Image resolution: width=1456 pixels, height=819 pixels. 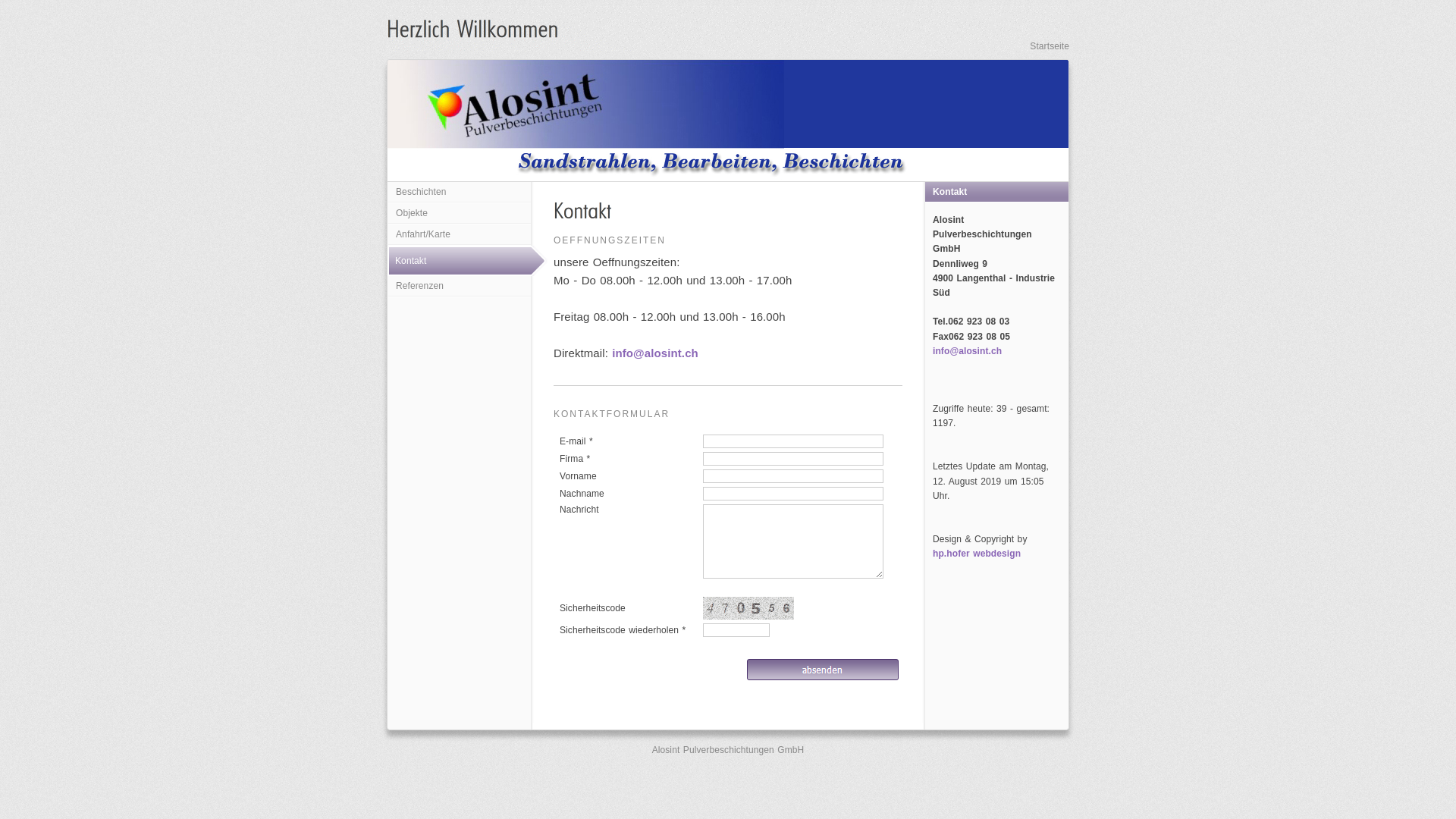 I want to click on 'hp.hofer webdesign', so click(x=976, y=553).